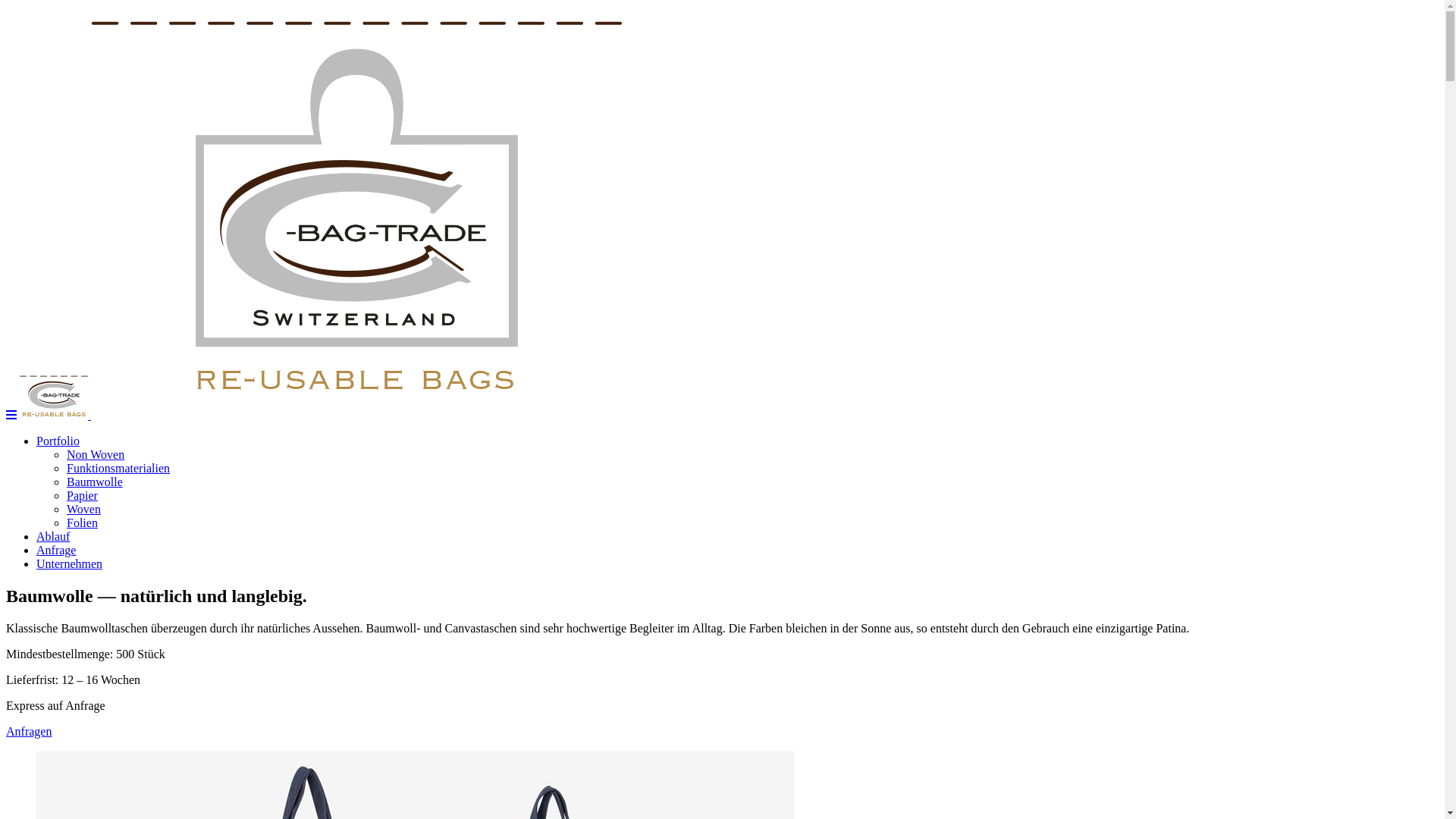 This screenshot has width=1456, height=819. What do you see at coordinates (83, 509) in the screenshot?
I see `'Woven'` at bounding box center [83, 509].